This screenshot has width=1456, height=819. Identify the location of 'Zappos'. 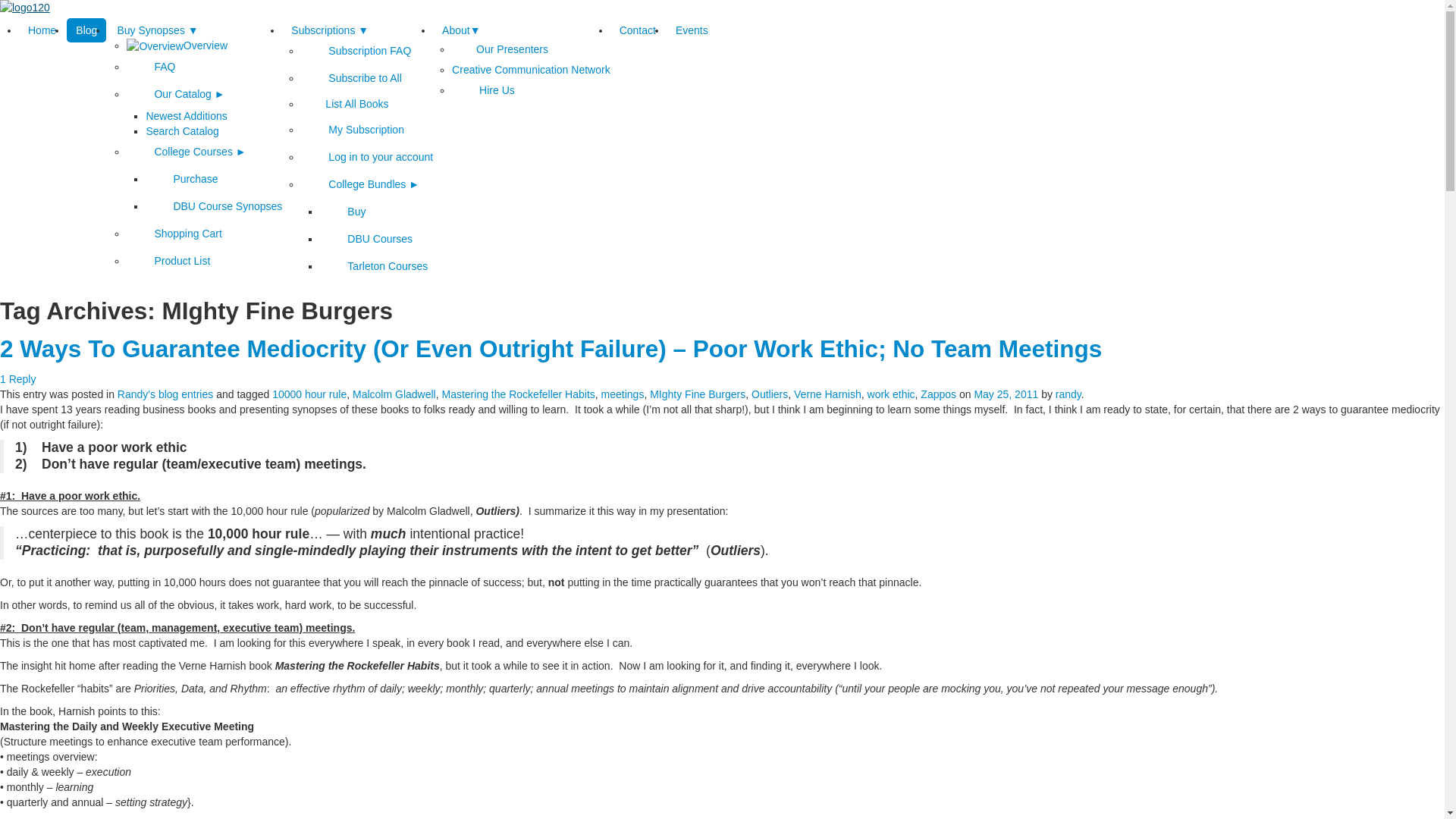
(937, 394).